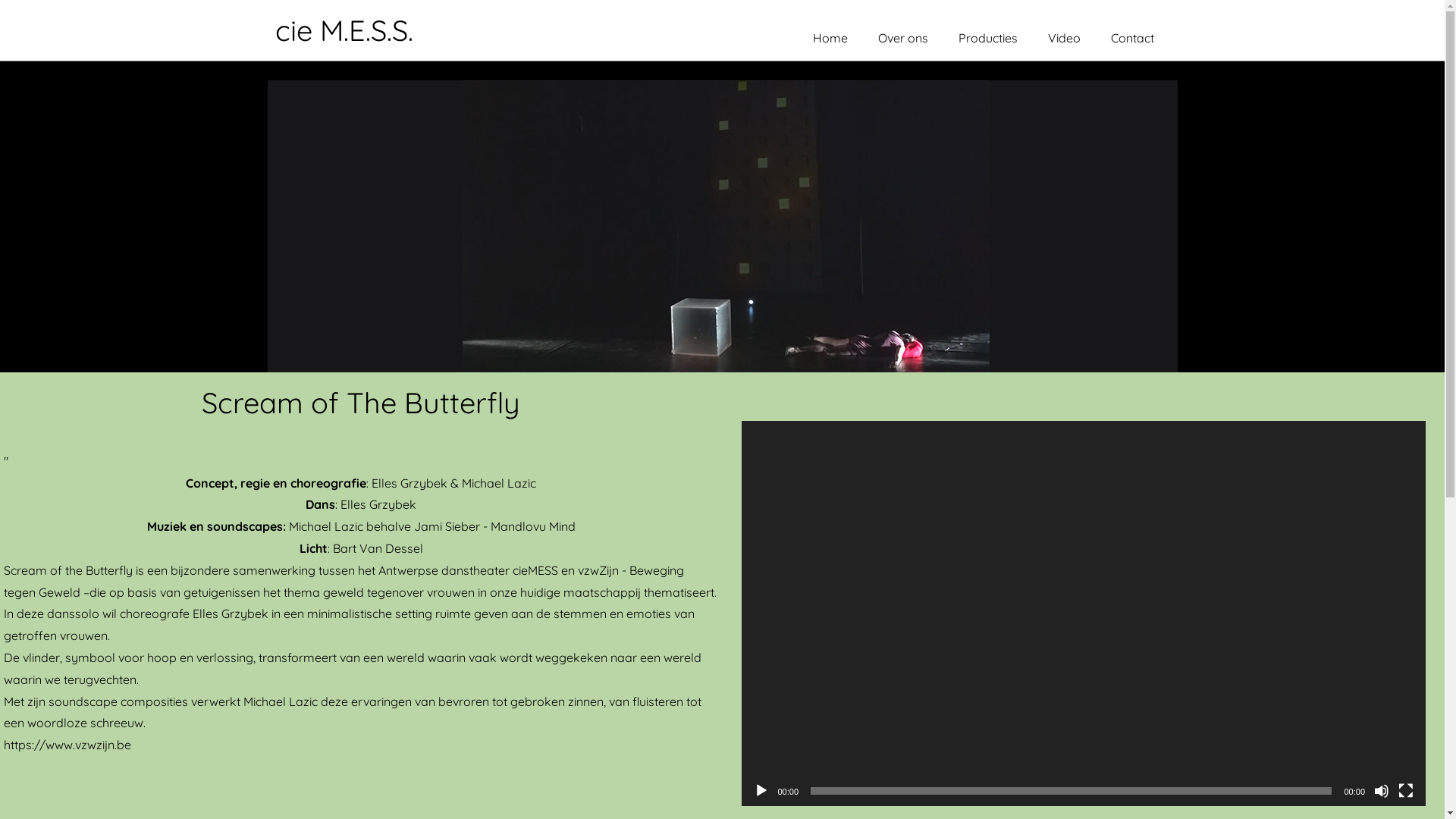 The width and height of the screenshot is (1456, 819). What do you see at coordinates (761, 789) in the screenshot?
I see `'Afspelen'` at bounding box center [761, 789].